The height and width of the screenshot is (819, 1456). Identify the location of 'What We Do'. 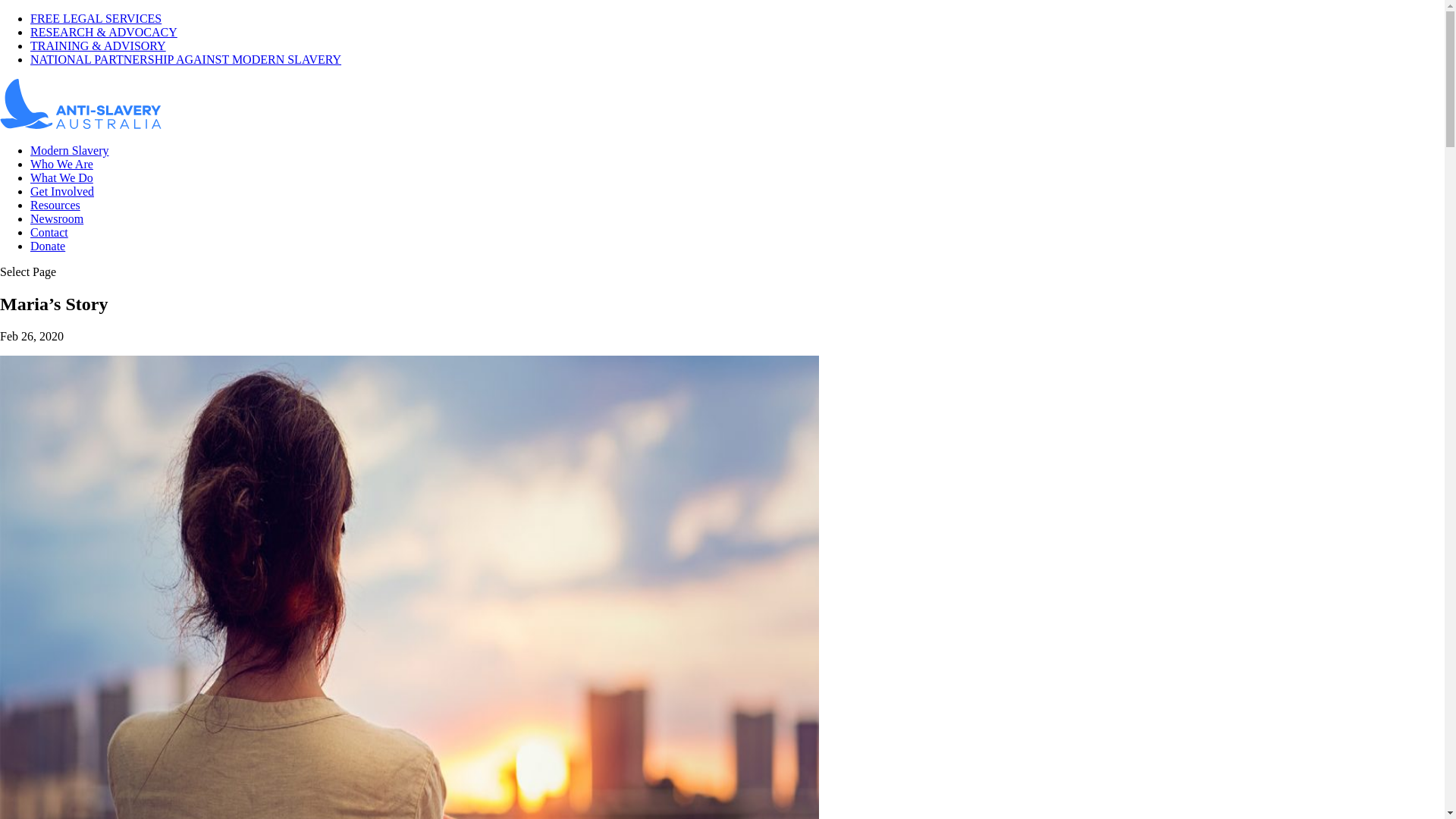
(61, 177).